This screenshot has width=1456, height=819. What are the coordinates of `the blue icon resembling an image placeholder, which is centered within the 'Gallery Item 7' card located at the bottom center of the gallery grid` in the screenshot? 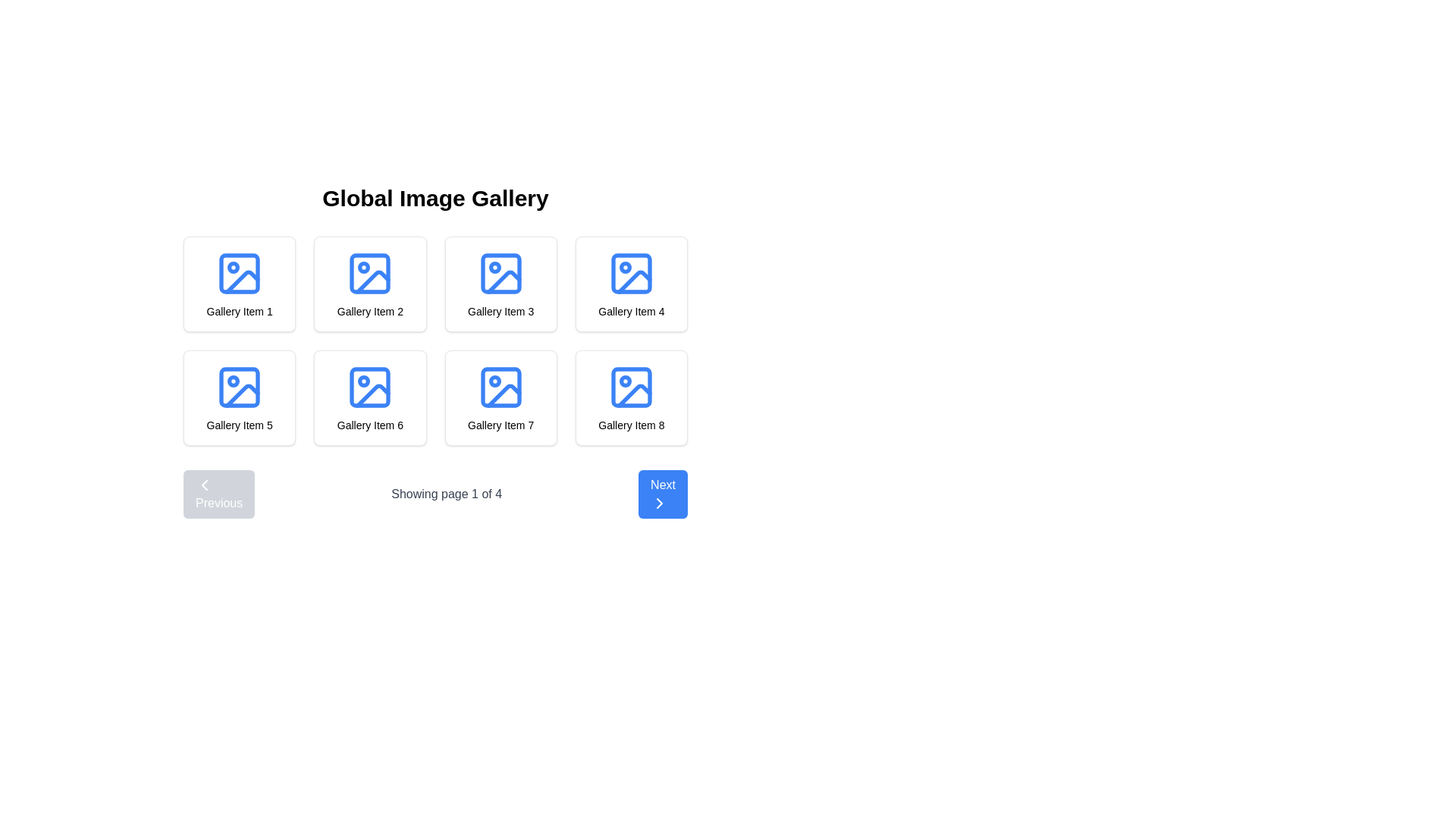 It's located at (500, 386).